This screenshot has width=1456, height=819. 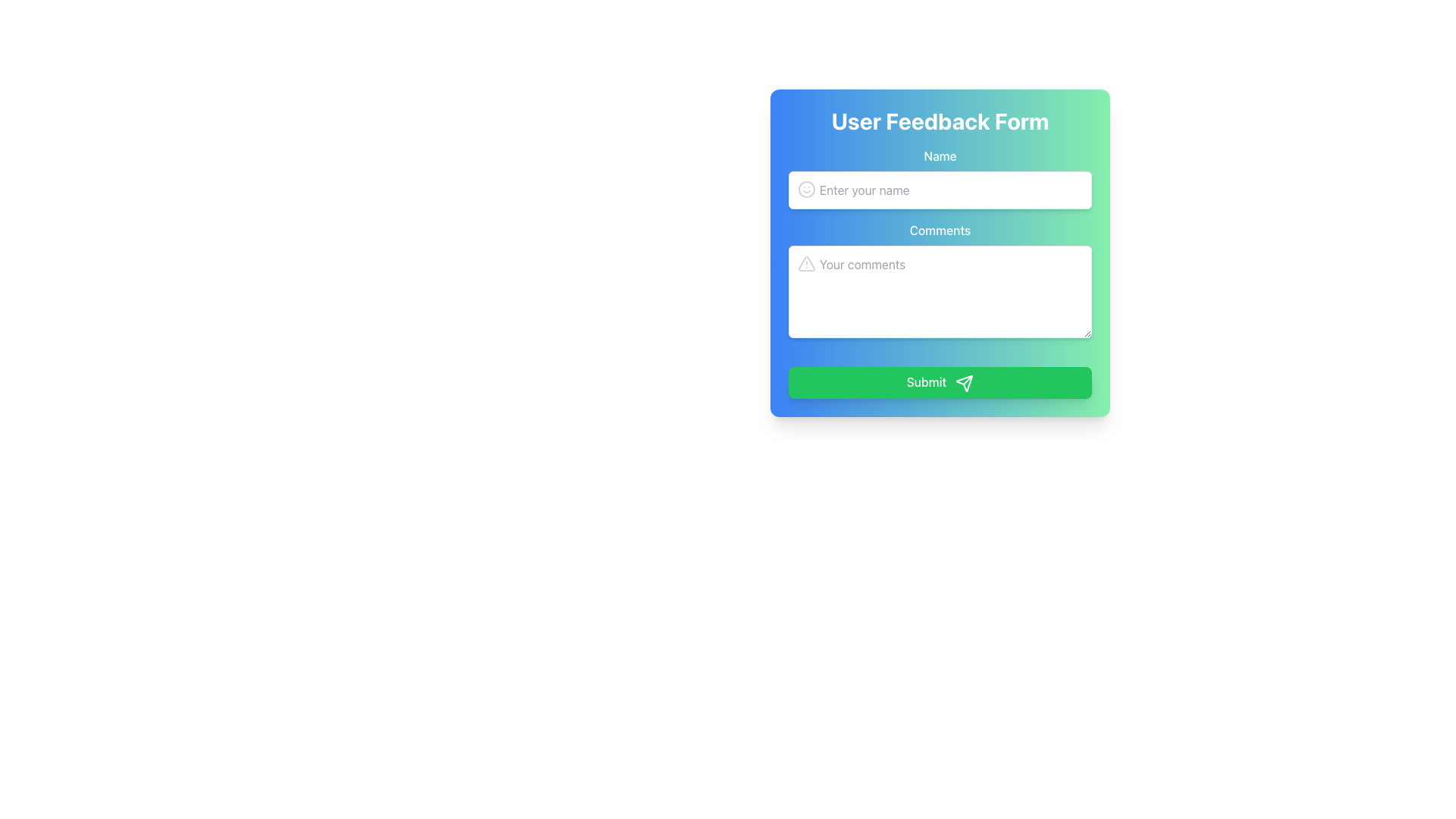 I want to click on the decorative icon located inside the left part of the 'Name' input field, which visually represents the input type, so click(x=806, y=189).